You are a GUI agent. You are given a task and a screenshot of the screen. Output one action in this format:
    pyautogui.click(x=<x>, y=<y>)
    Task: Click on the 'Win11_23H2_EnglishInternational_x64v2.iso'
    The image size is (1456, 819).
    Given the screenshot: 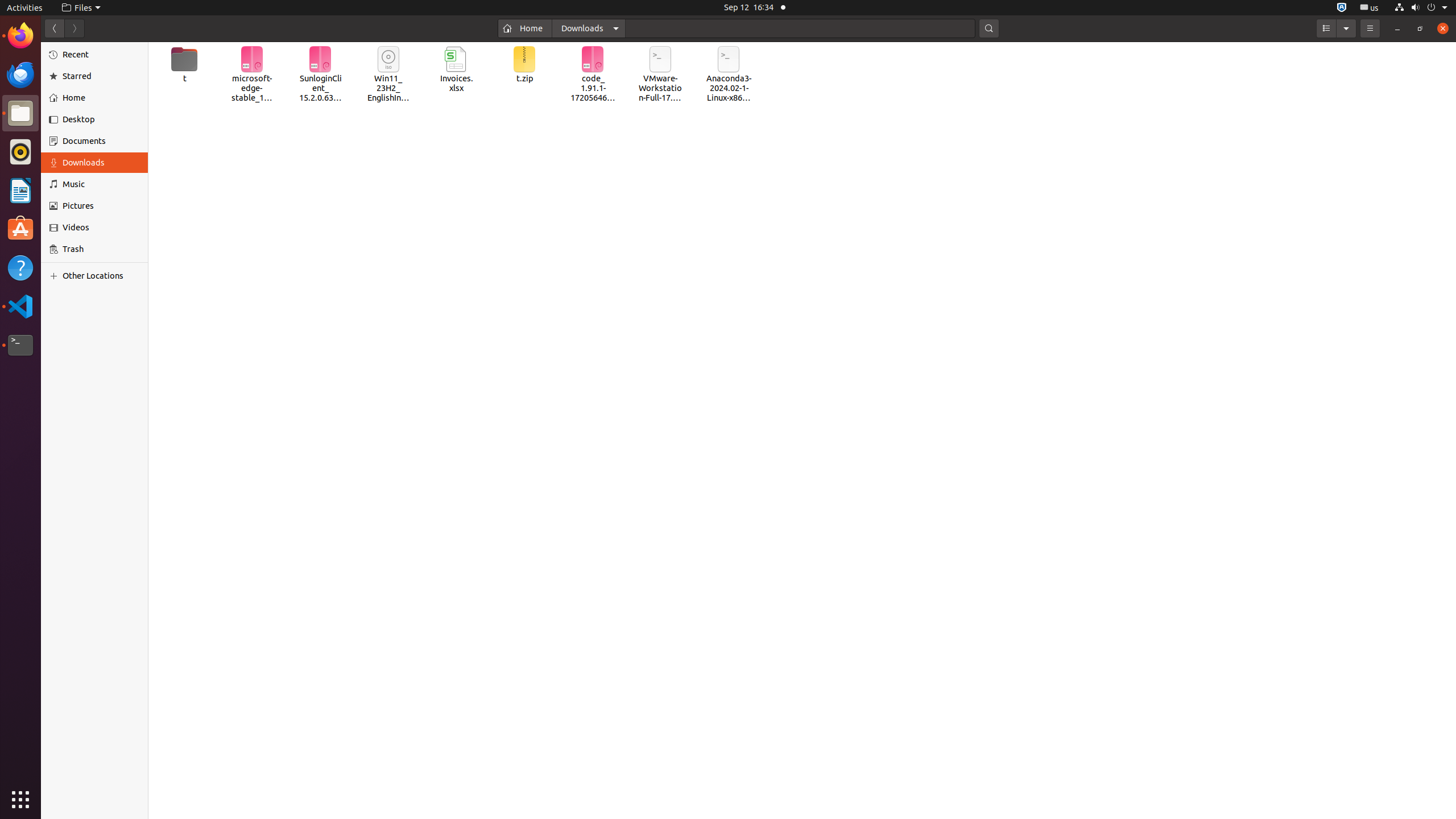 What is the action you would take?
    pyautogui.click(x=388, y=74)
    